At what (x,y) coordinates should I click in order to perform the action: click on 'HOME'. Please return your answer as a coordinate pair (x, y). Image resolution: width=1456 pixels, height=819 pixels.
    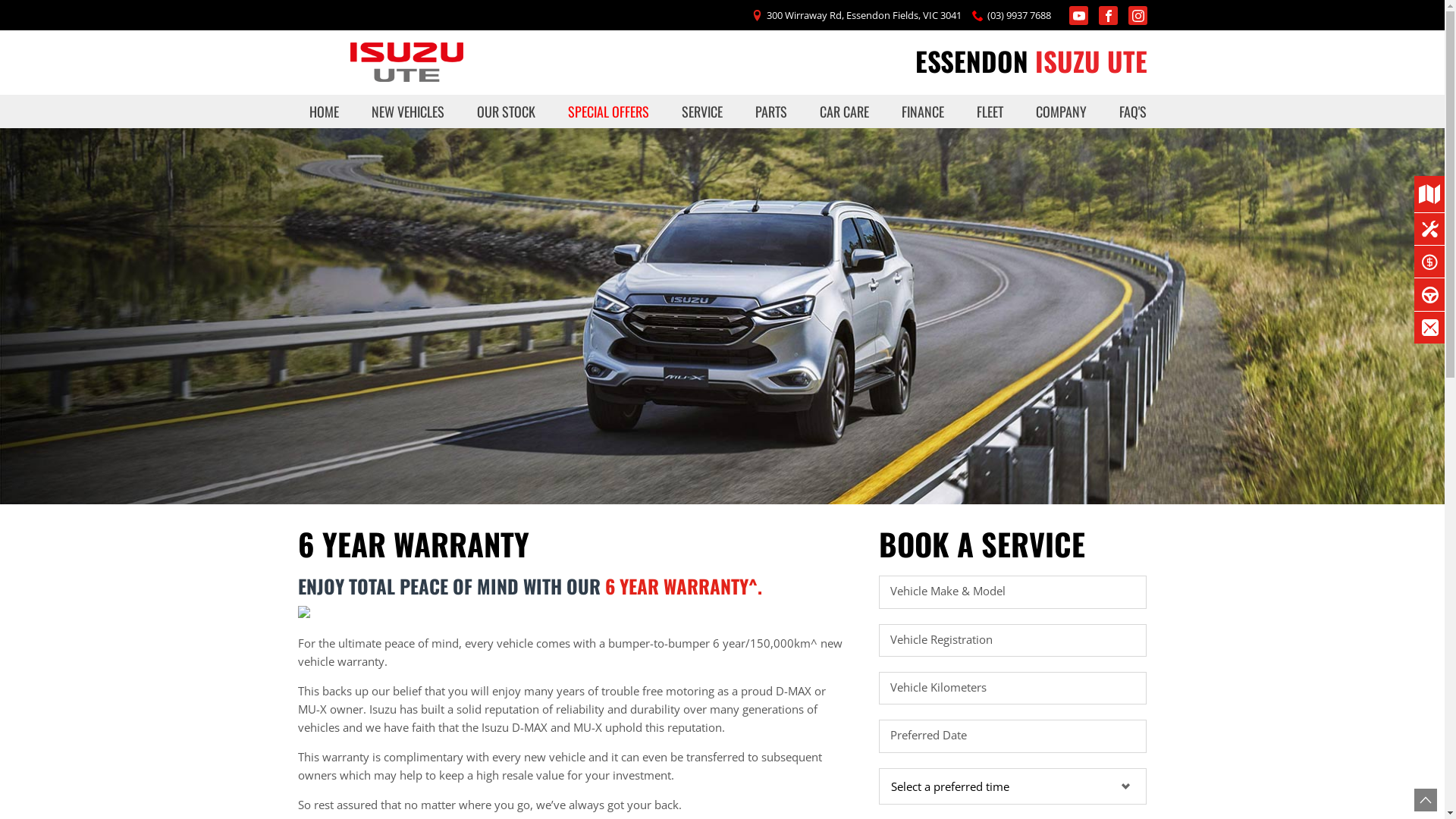
    Looking at the image, I should click on (322, 110).